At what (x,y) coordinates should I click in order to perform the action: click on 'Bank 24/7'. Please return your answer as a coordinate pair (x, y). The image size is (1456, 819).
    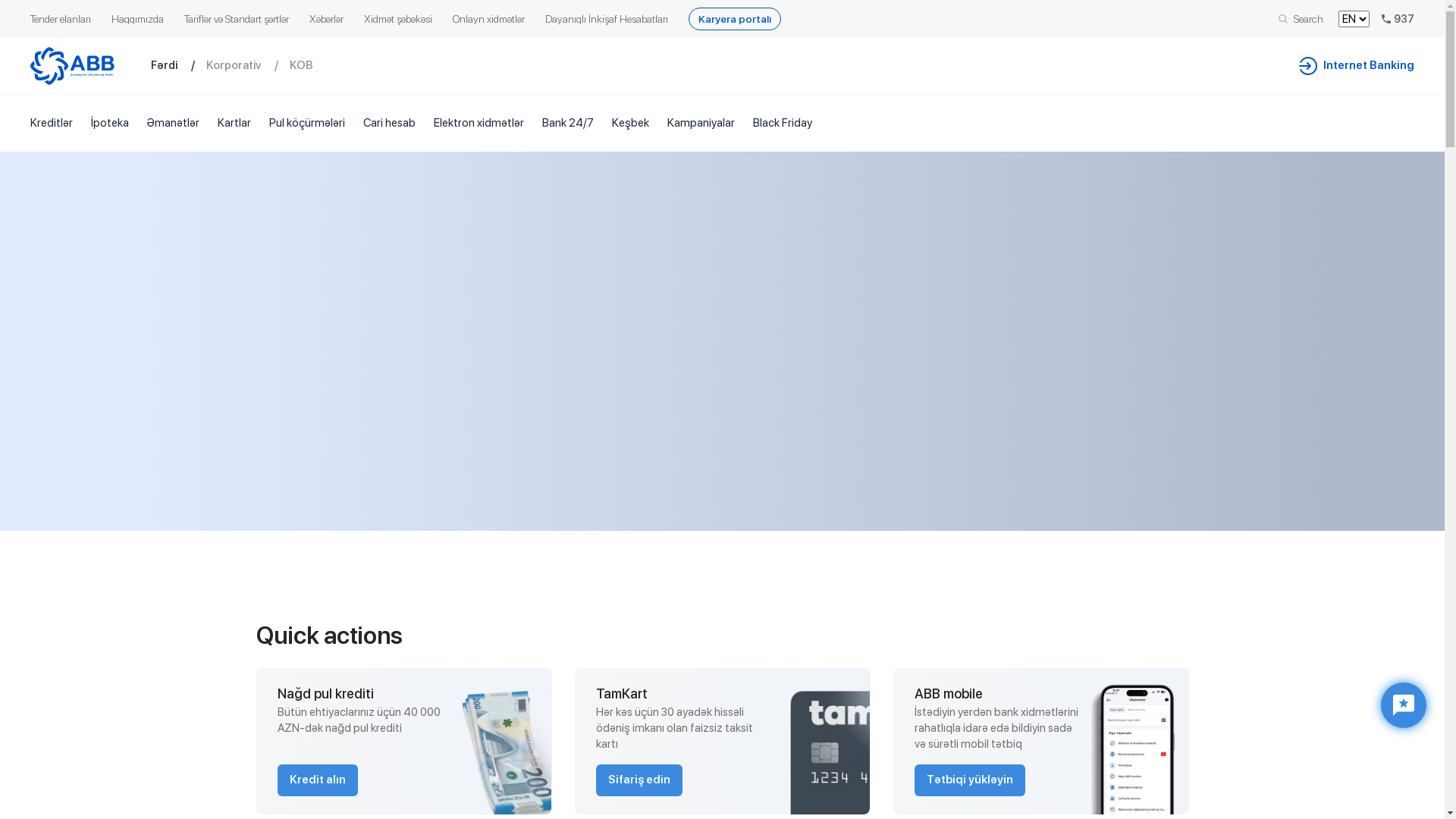
    Looking at the image, I should click on (566, 122).